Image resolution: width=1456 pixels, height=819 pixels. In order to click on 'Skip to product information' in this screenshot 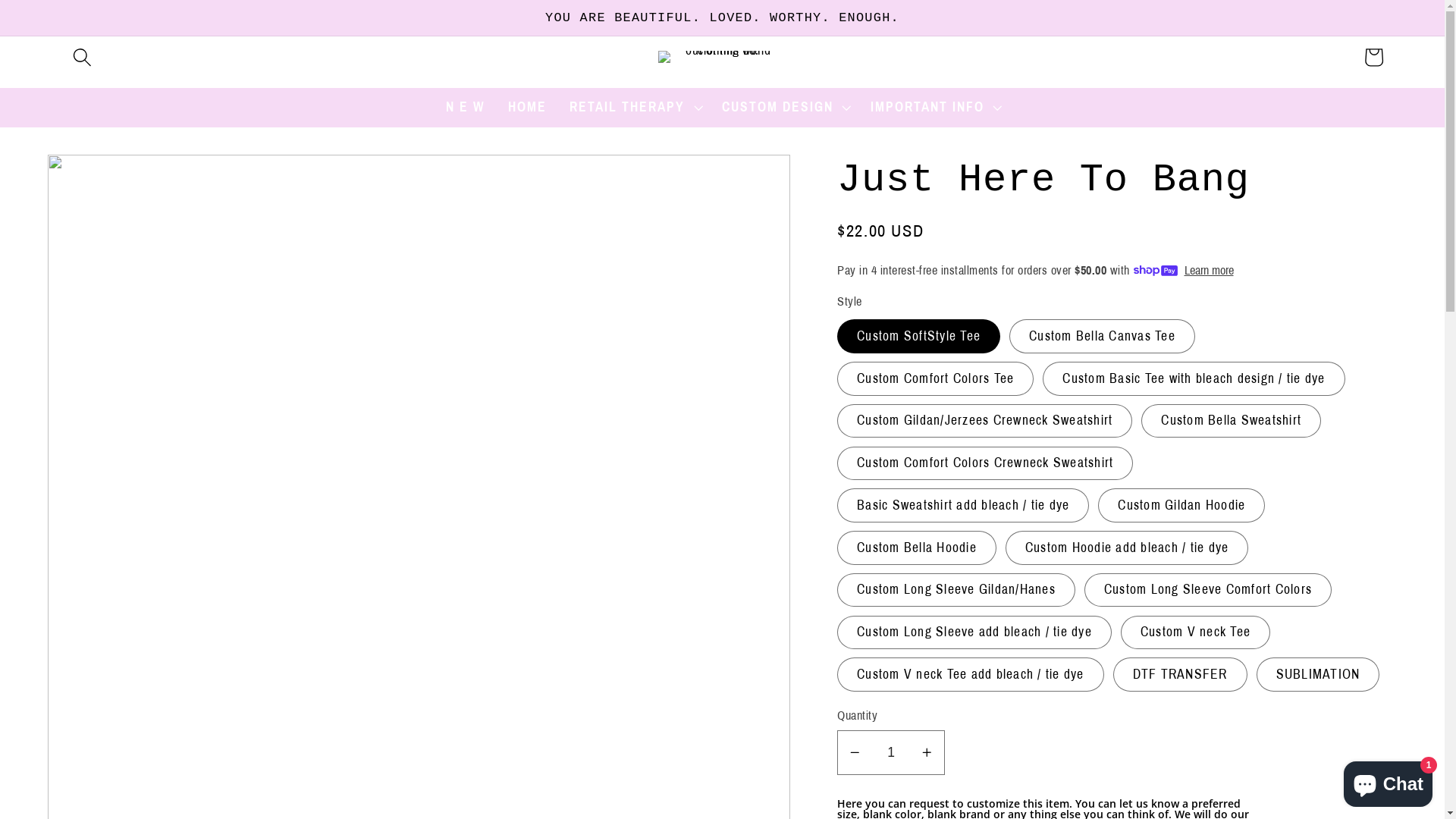, I will do `click(104, 174)`.